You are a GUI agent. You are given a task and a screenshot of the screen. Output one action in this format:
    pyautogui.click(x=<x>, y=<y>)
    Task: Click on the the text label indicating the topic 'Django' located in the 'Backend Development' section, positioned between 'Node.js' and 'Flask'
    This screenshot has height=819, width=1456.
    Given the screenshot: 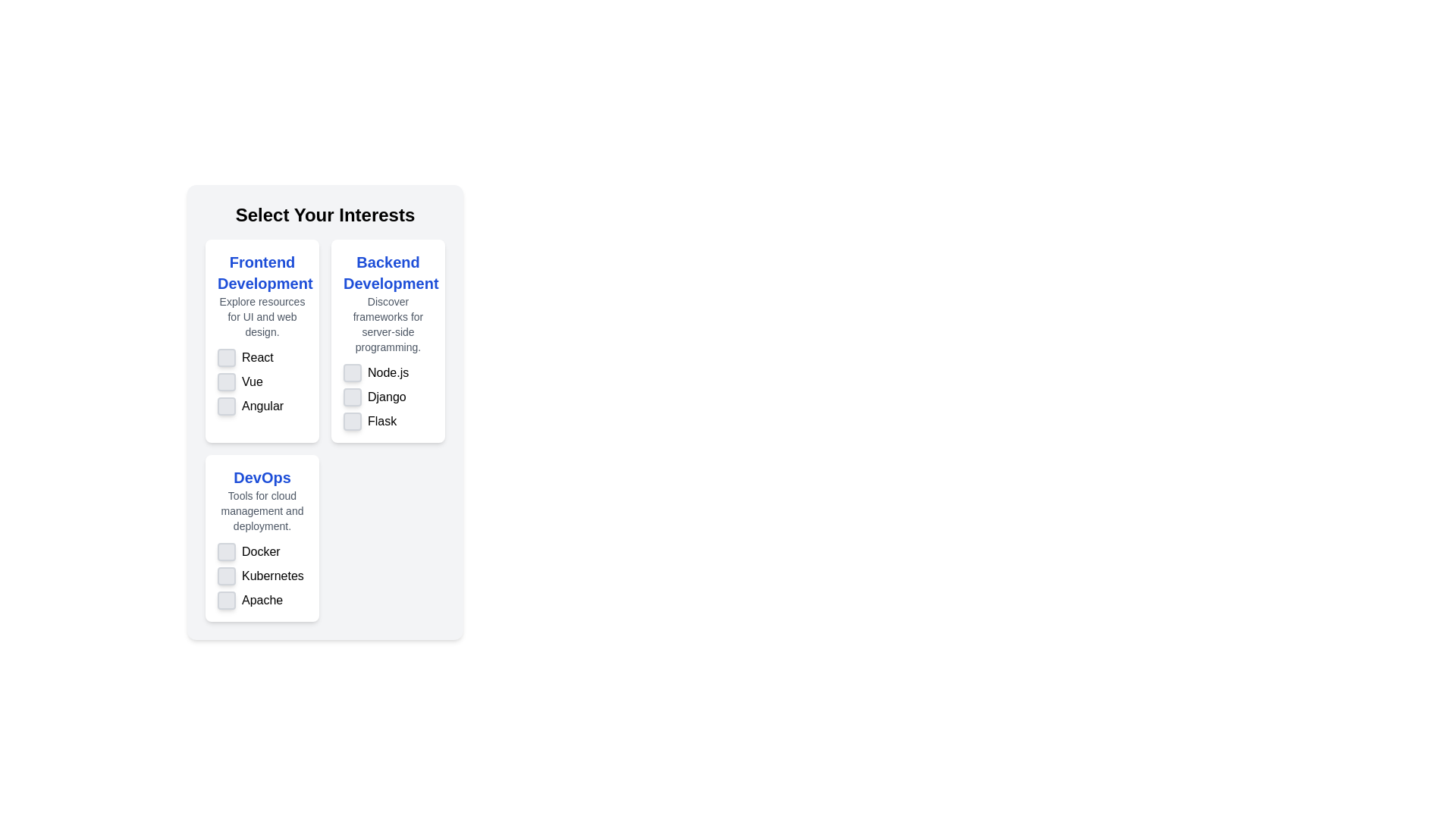 What is the action you would take?
    pyautogui.click(x=387, y=397)
    